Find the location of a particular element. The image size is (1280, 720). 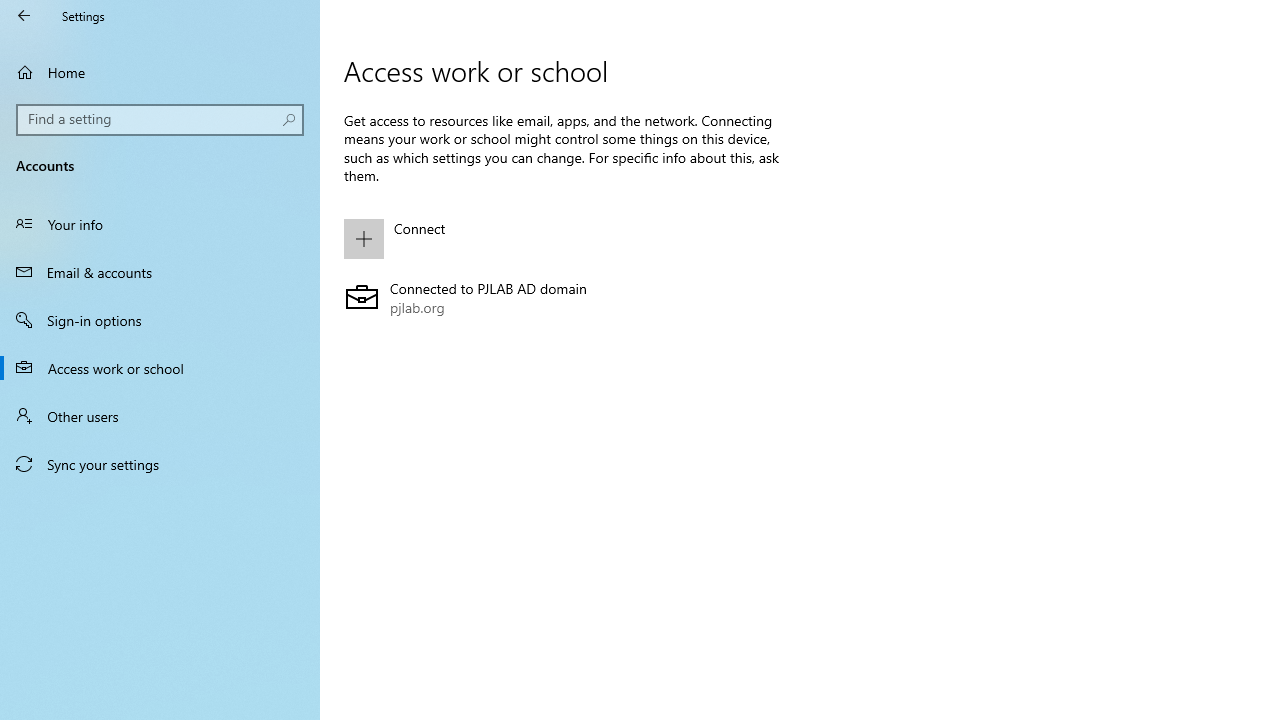

'Search box, Find a setting' is located at coordinates (160, 119).